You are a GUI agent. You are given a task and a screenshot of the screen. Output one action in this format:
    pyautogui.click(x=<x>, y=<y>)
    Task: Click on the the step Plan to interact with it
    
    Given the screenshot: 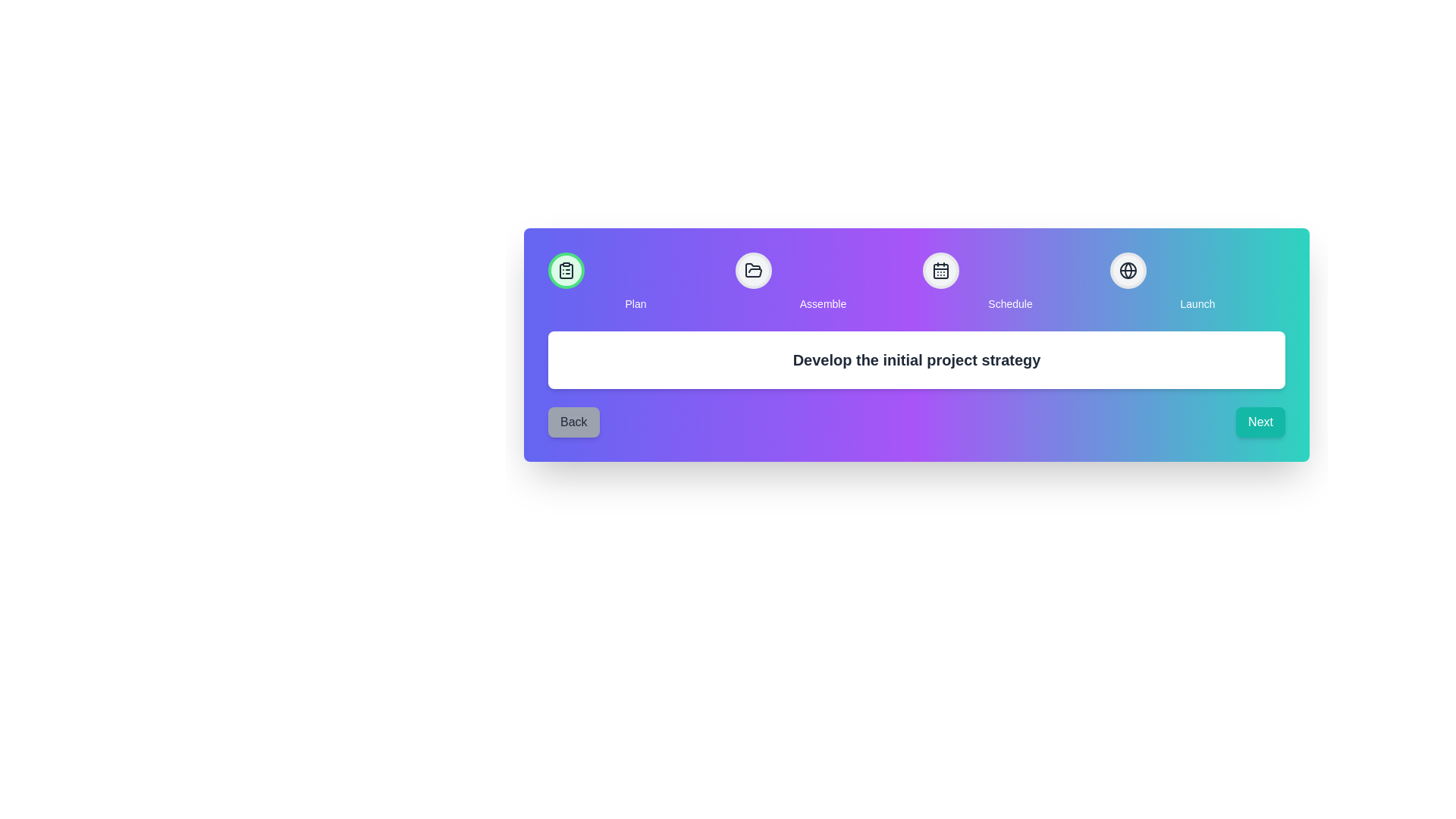 What is the action you would take?
    pyautogui.click(x=566, y=270)
    